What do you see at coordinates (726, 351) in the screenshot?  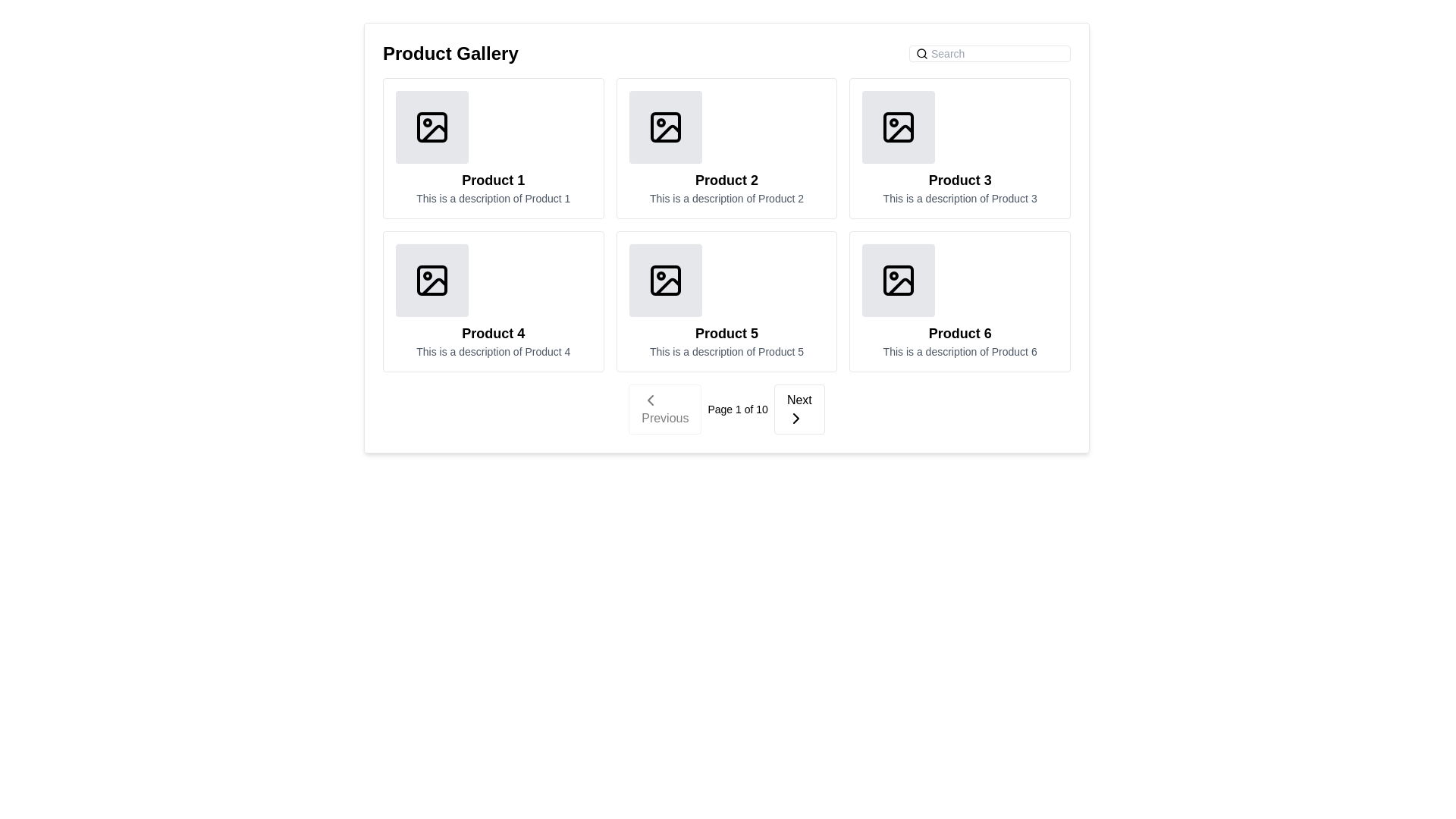 I see `the static text element reading 'This is a description of Product 5', located below the title 'Product 5' in the fifth product card` at bounding box center [726, 351].